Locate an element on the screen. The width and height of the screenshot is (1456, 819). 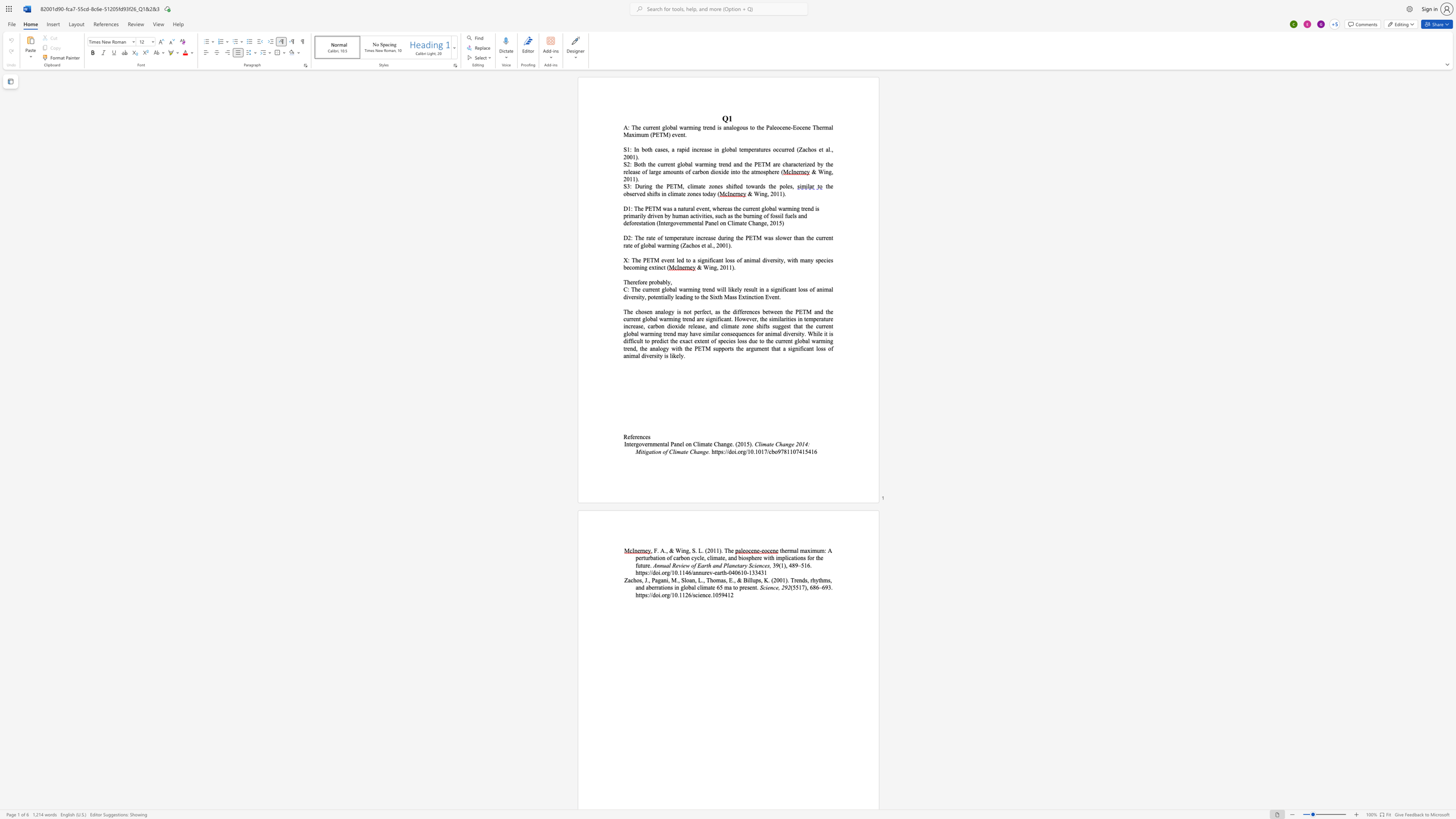
the 2th character "t" in the text is located at coordinates (701, 185).